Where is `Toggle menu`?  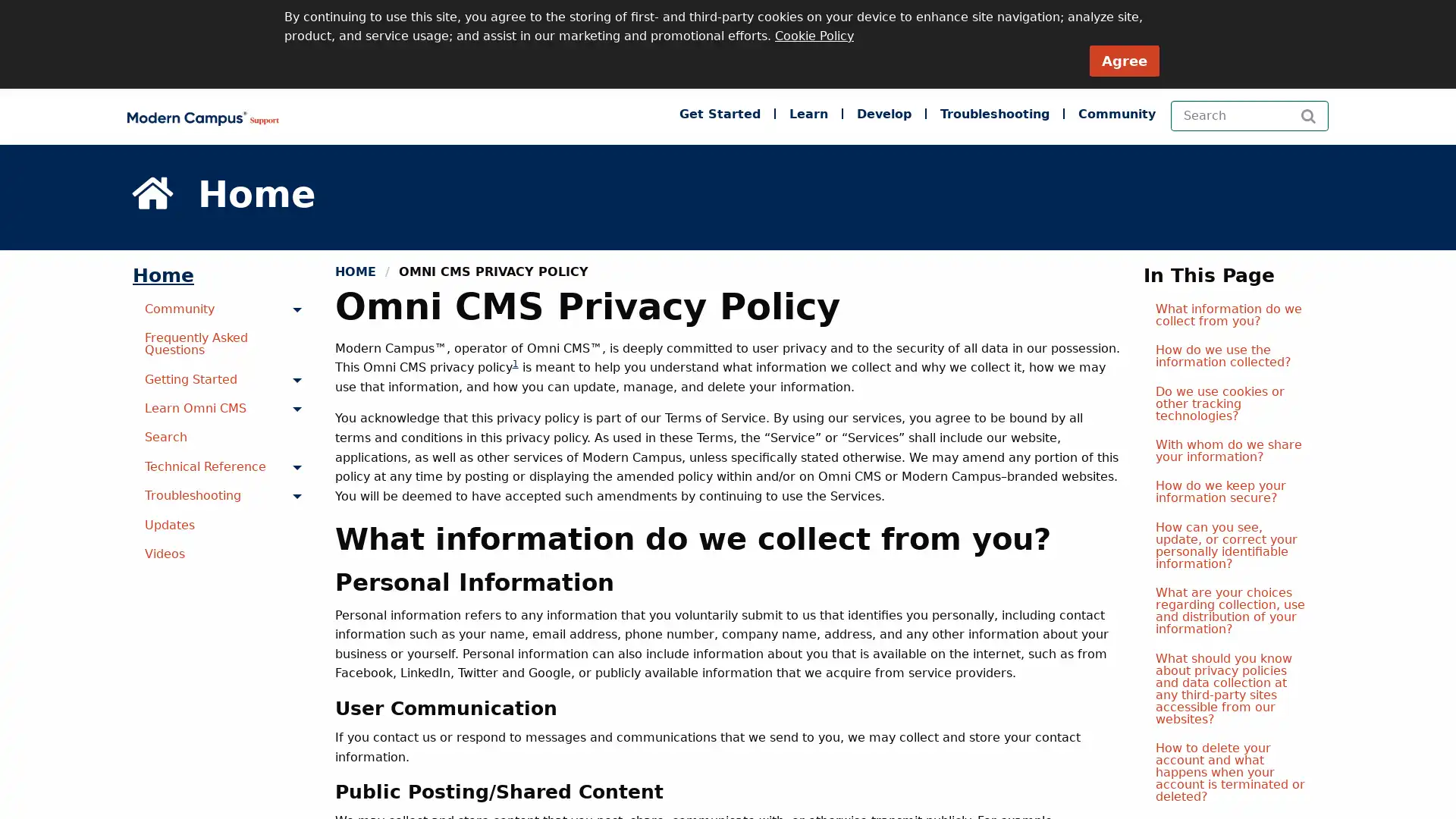 Toggle menu is located at coordinates (296, 408).